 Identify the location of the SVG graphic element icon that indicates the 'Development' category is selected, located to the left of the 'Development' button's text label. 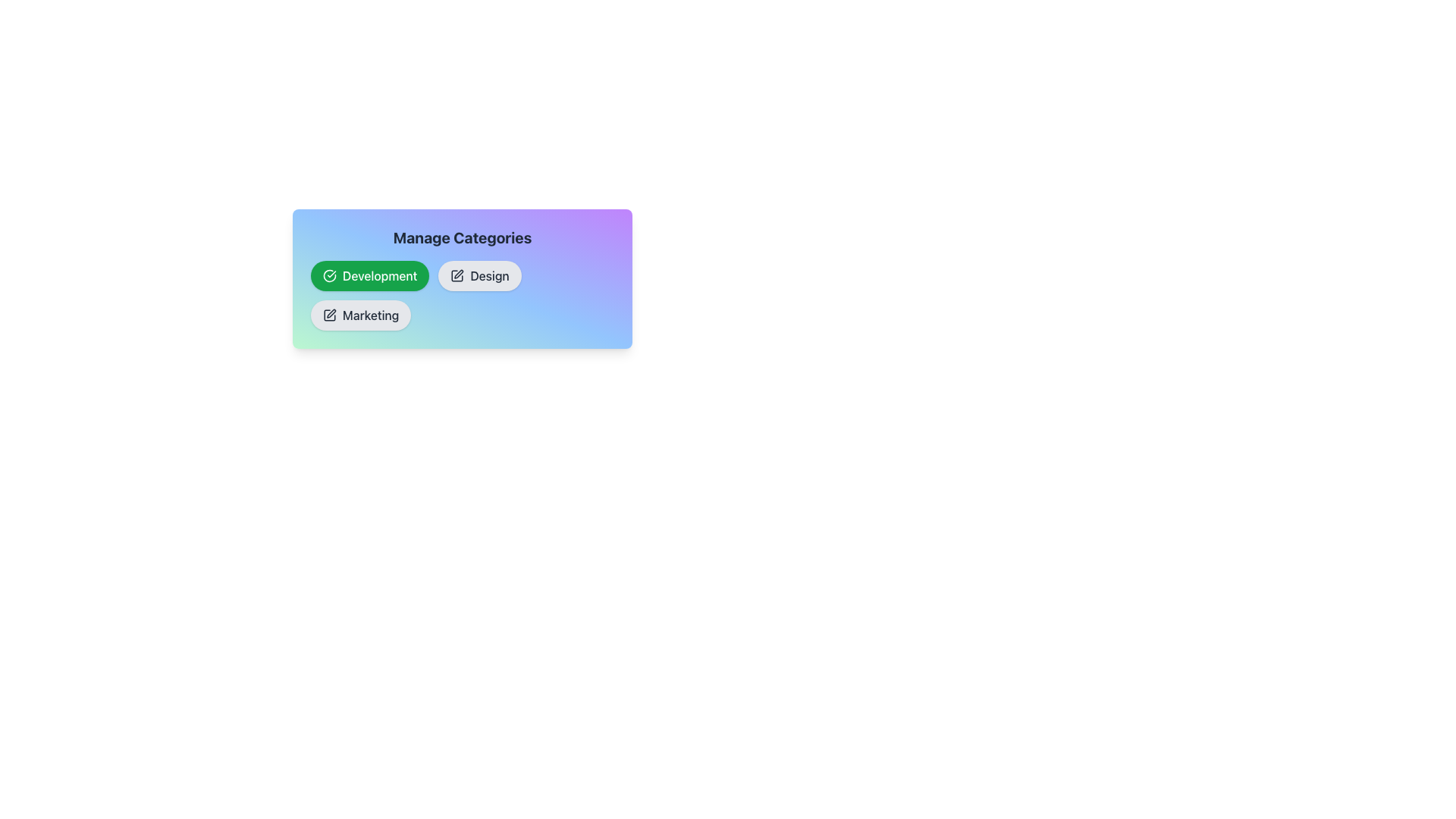
(329, 275).